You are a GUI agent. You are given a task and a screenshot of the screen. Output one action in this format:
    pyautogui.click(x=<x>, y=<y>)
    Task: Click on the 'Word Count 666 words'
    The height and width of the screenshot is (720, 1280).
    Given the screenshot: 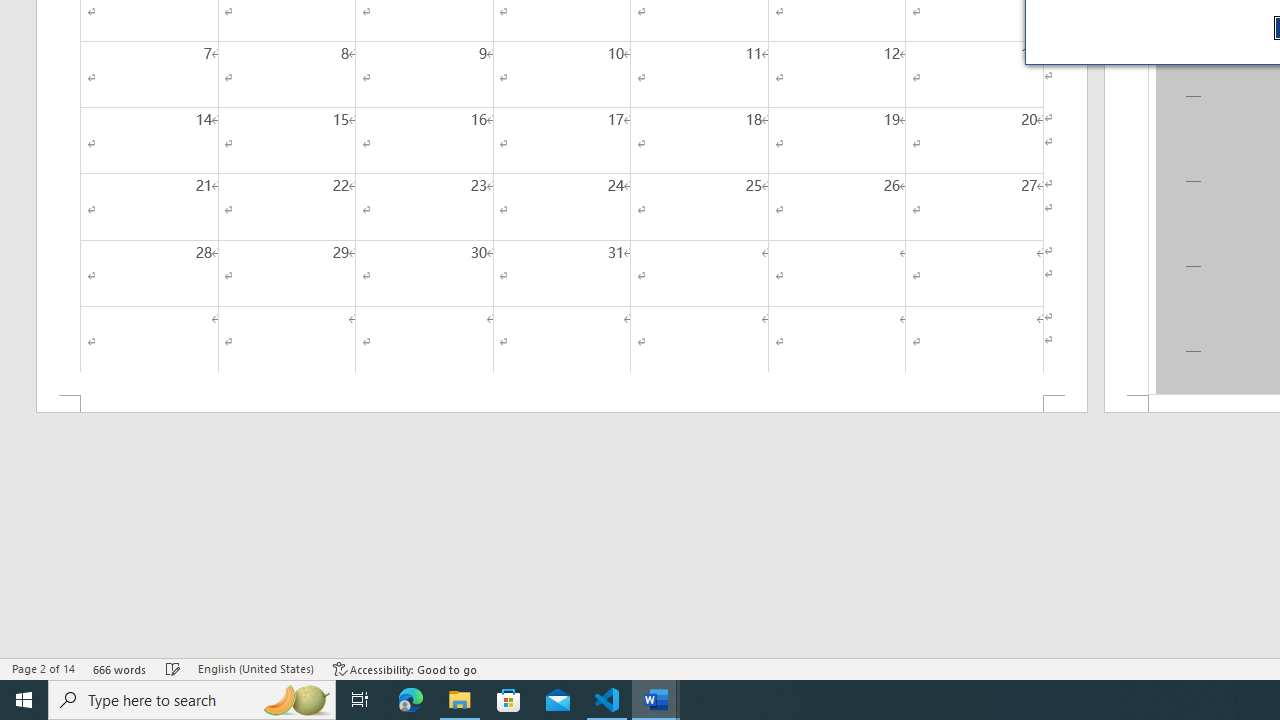 What is the action you would take?
    pyautogui.click(x=119, y=669)
    